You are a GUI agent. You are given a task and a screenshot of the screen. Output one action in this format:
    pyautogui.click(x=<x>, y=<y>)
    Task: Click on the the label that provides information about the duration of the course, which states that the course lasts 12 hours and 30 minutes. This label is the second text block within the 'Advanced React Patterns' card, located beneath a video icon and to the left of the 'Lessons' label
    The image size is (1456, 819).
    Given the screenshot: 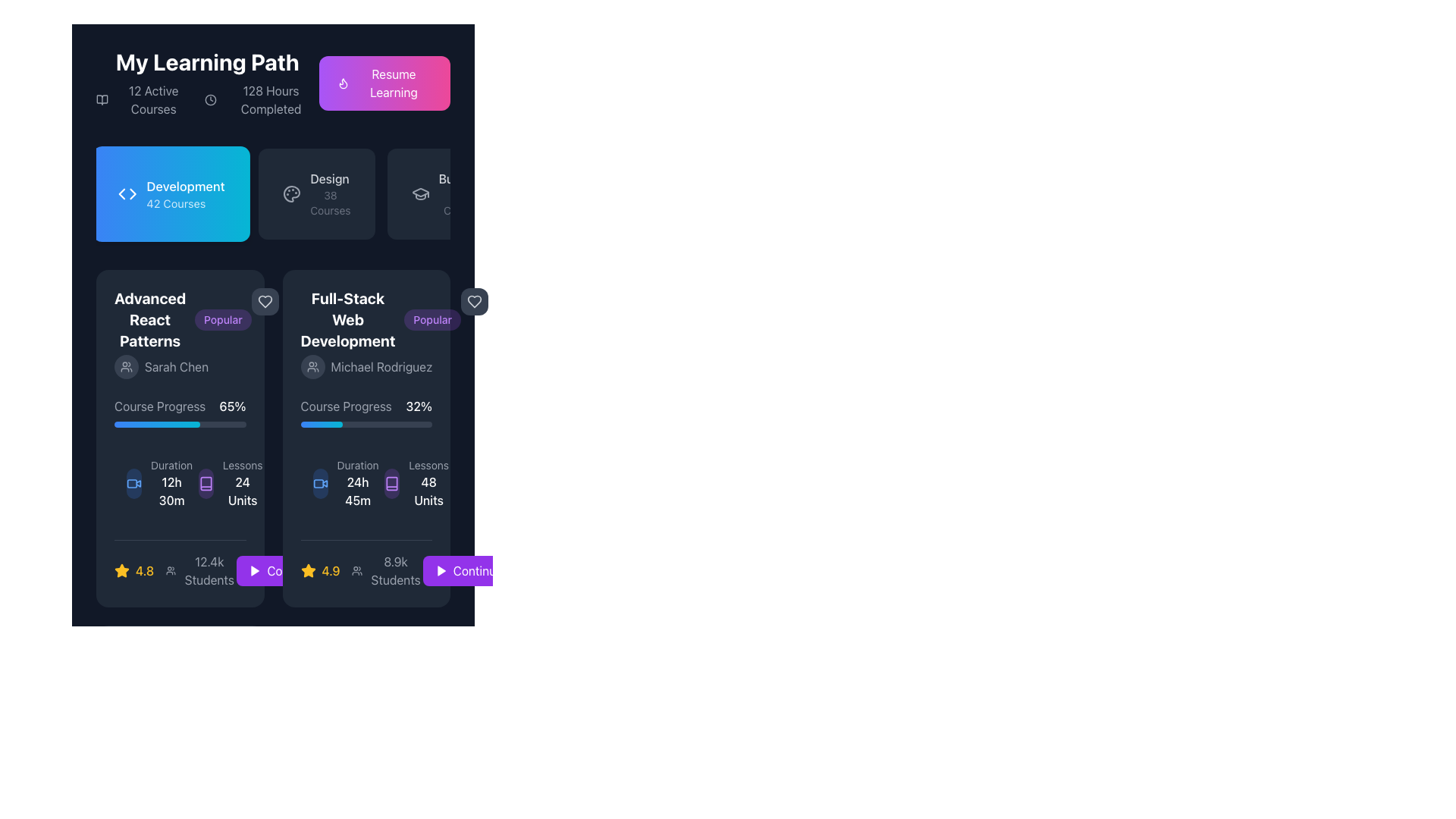 What is the action you would take?
    pyautogui.click(x=171, y=483)
    